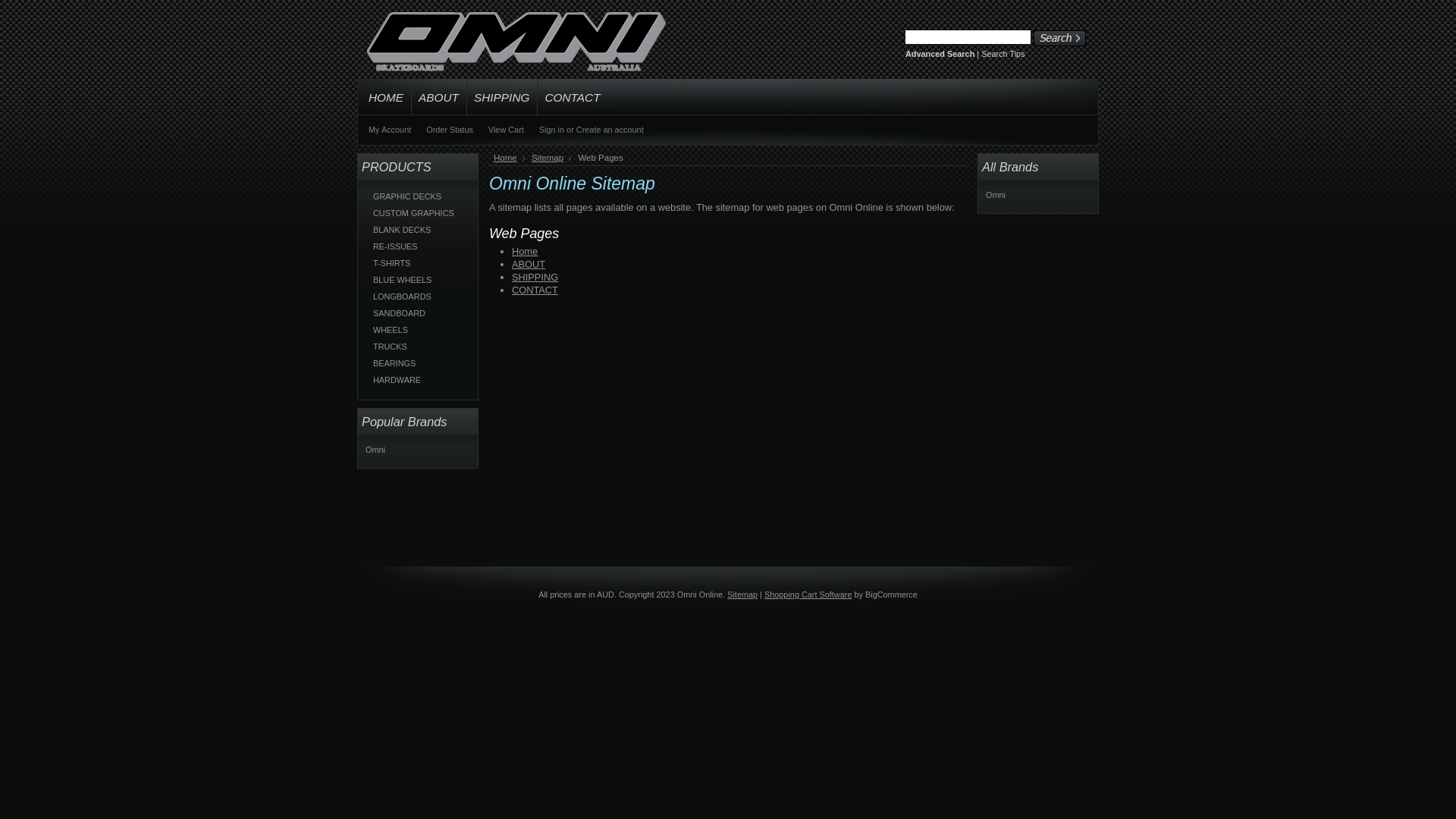 The image size is (1456, 819). Describe the element at coordinates (356, 96) in the screenshot. I see `'HOME'` at that location.